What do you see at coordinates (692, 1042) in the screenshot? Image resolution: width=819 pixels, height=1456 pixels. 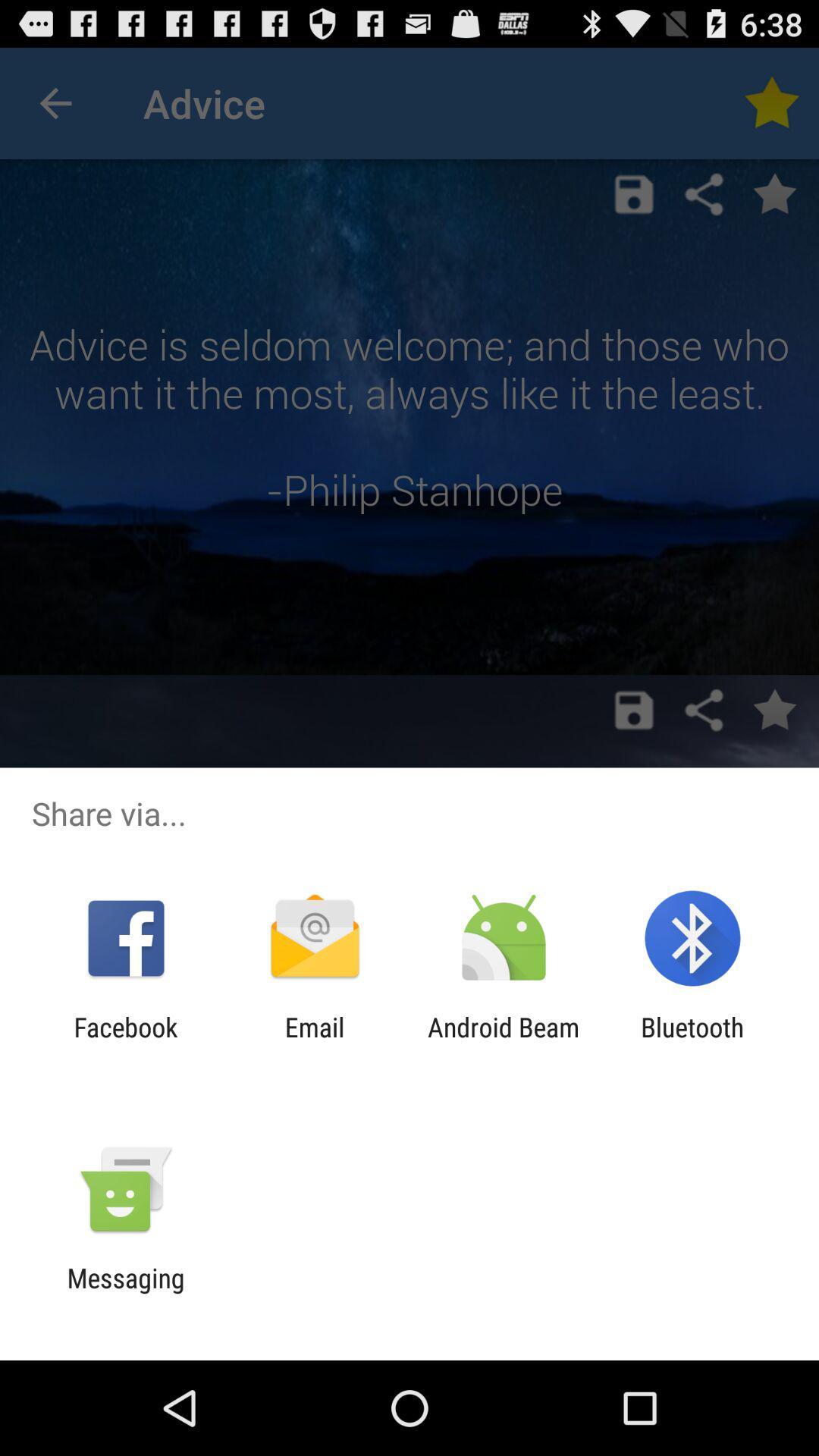 I see `item at the bottom right corner` at bounding box center [692, 1042].